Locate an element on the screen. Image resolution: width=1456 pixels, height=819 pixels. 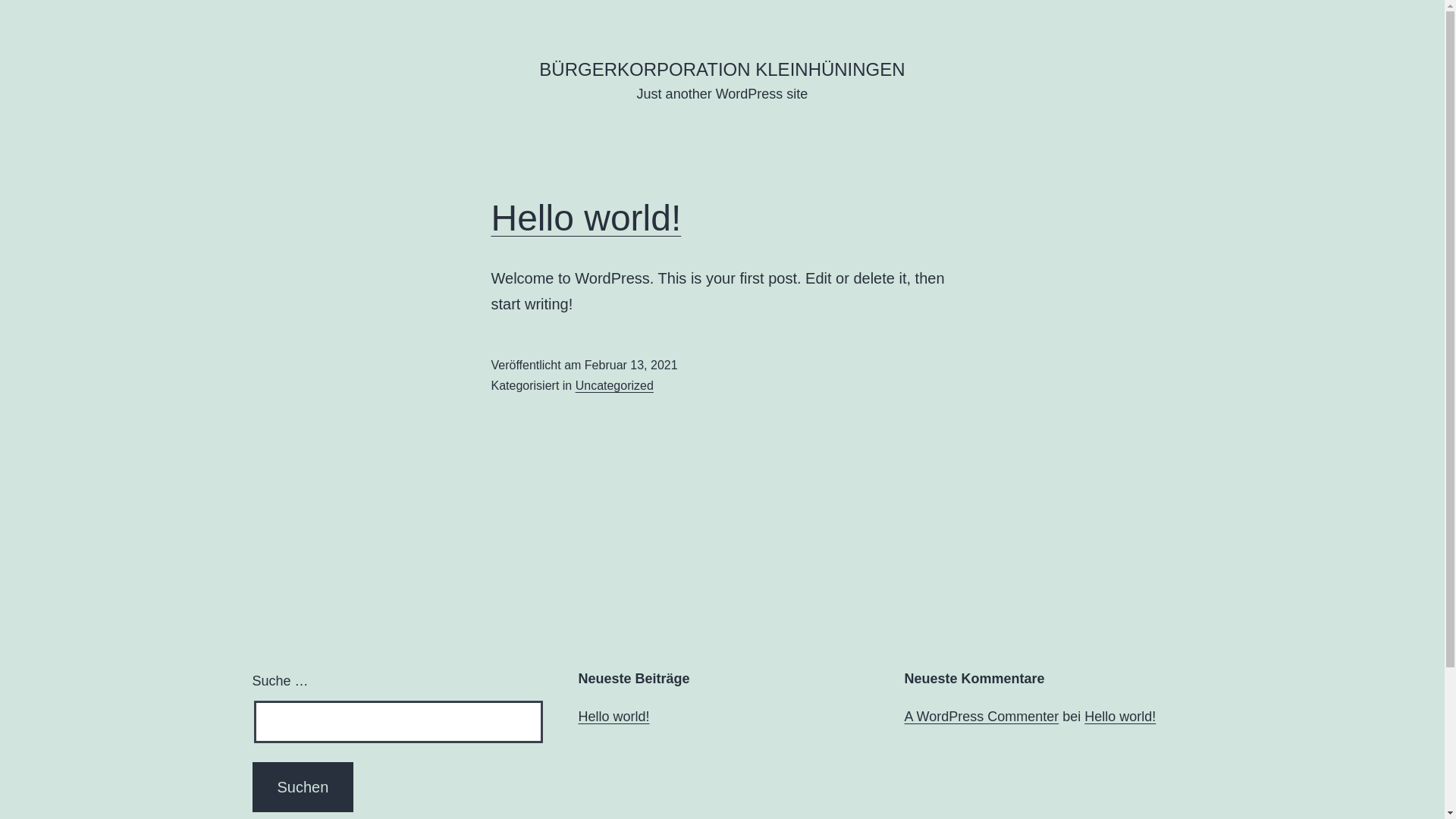
'Hello world!' is located at coordinates (491, 218).